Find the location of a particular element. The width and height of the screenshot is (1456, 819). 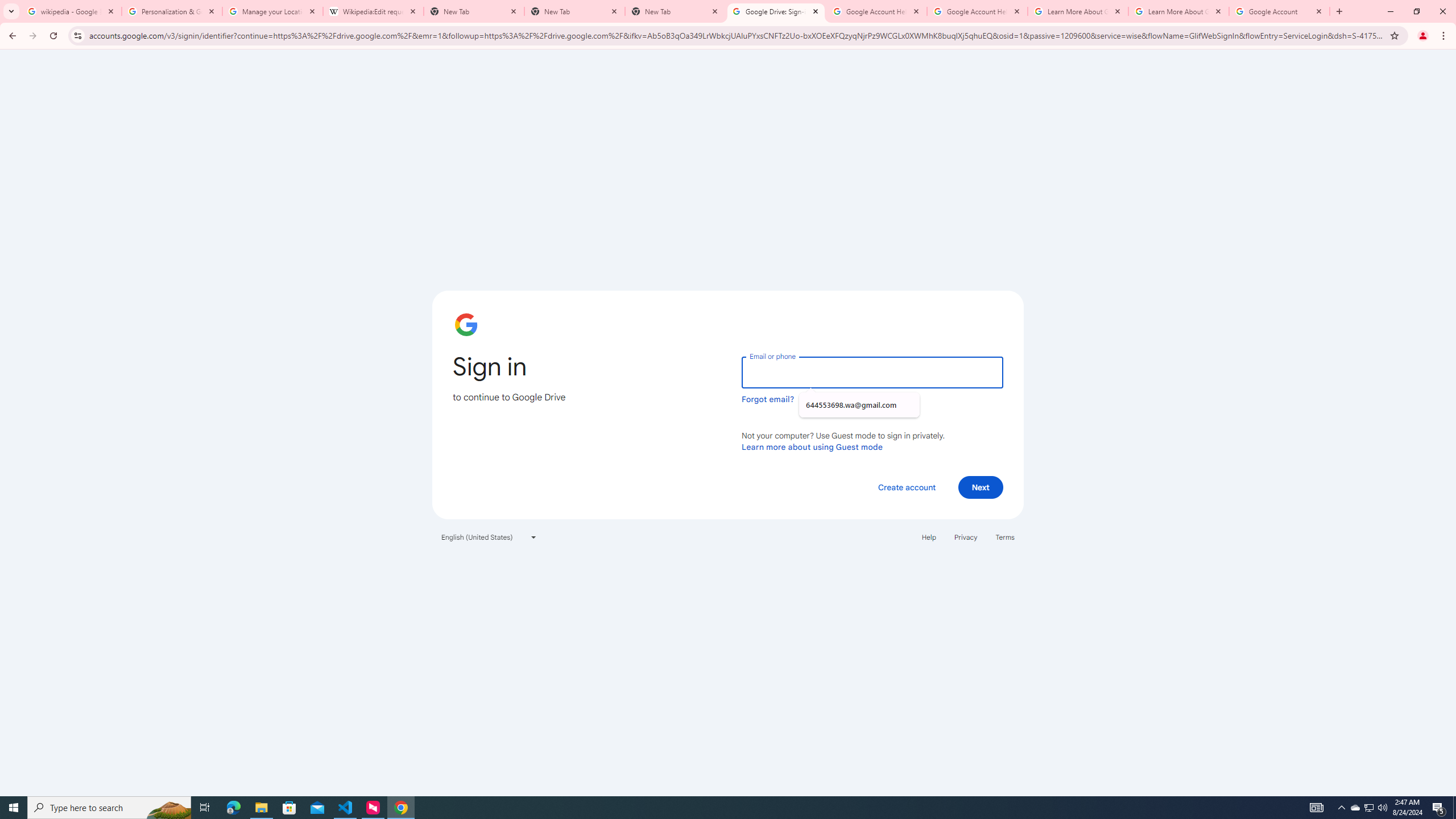

'New Tab' is located at coordinates (574, 11).